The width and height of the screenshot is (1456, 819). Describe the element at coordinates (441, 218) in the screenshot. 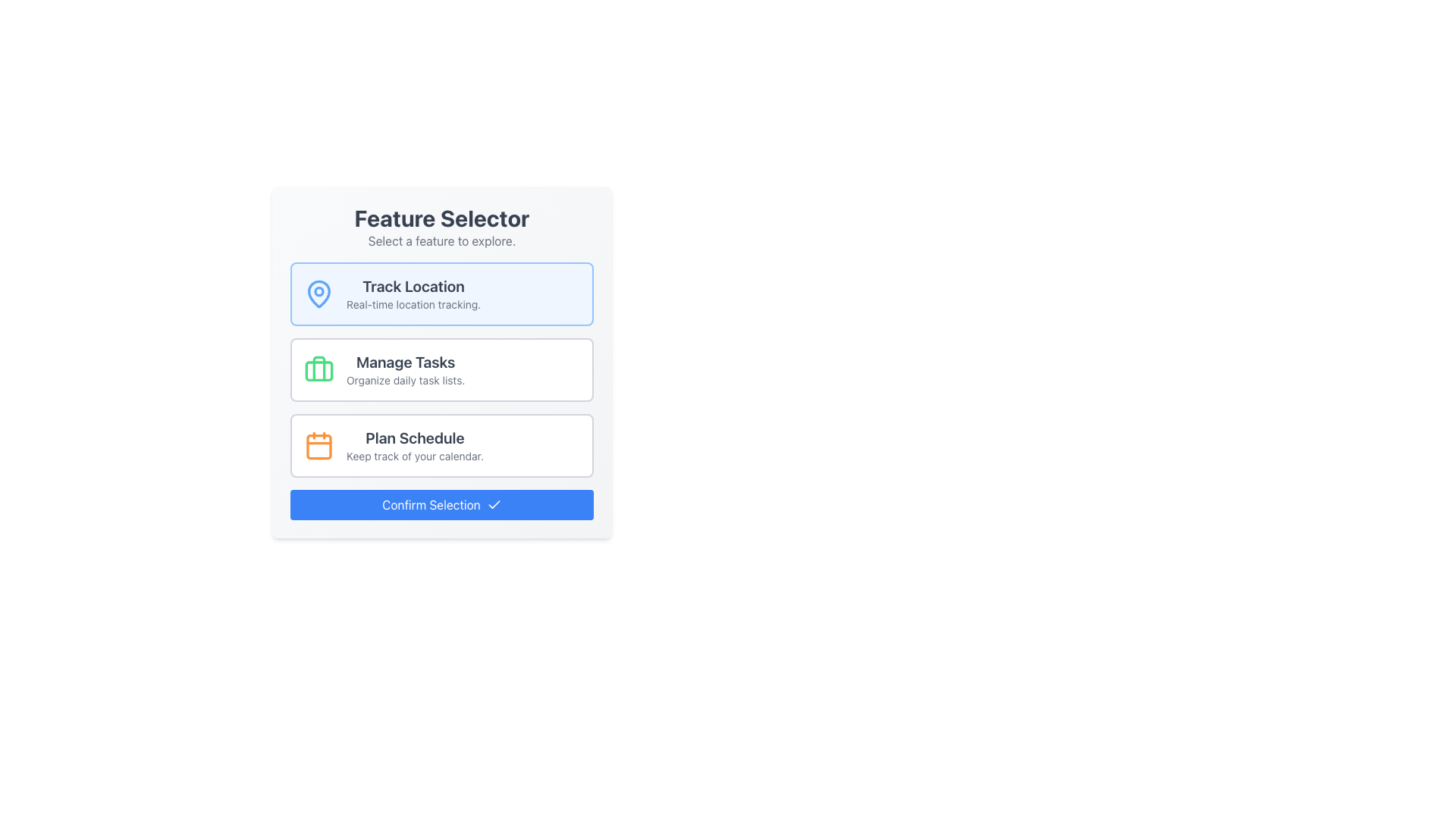

I see `Heading text located at the top of the card-like structure, above the subtitle 'Select a feature to explore.'` at that location.